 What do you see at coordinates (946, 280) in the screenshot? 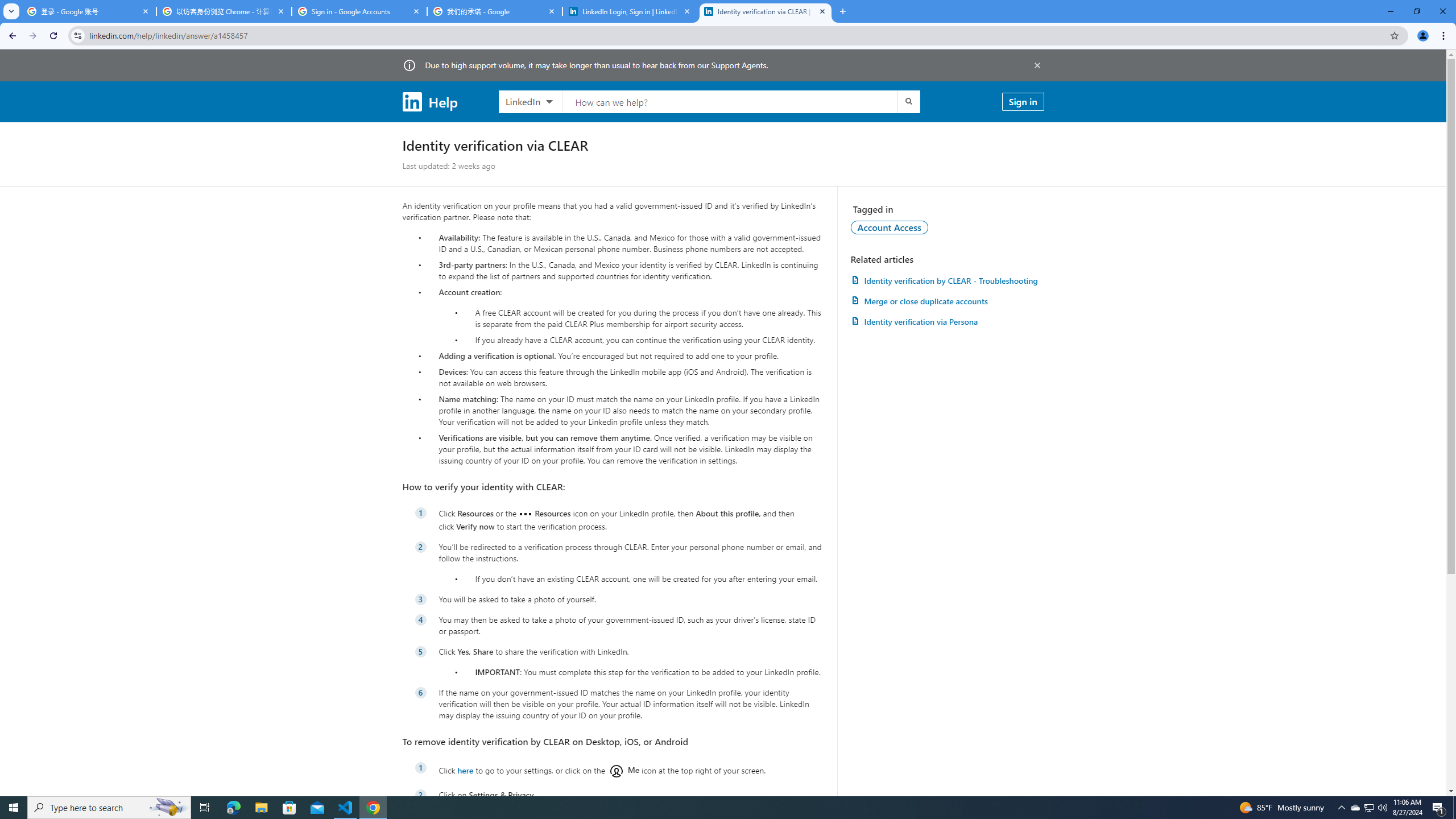
I see `'Identity verification by CLEAR - Troubleshooting'` at bounding box center [946, 280].